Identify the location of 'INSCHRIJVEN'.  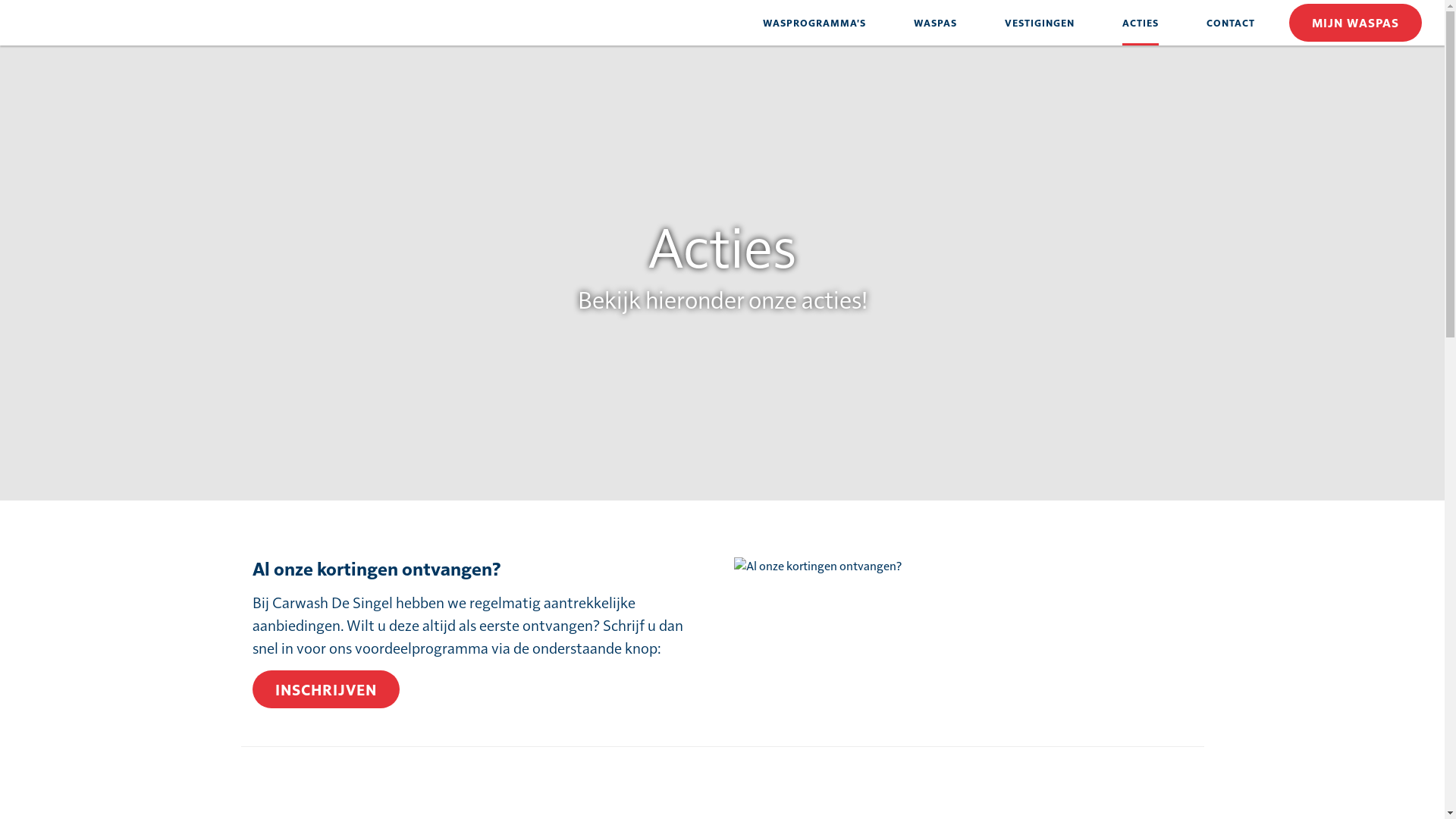
(324, 689).